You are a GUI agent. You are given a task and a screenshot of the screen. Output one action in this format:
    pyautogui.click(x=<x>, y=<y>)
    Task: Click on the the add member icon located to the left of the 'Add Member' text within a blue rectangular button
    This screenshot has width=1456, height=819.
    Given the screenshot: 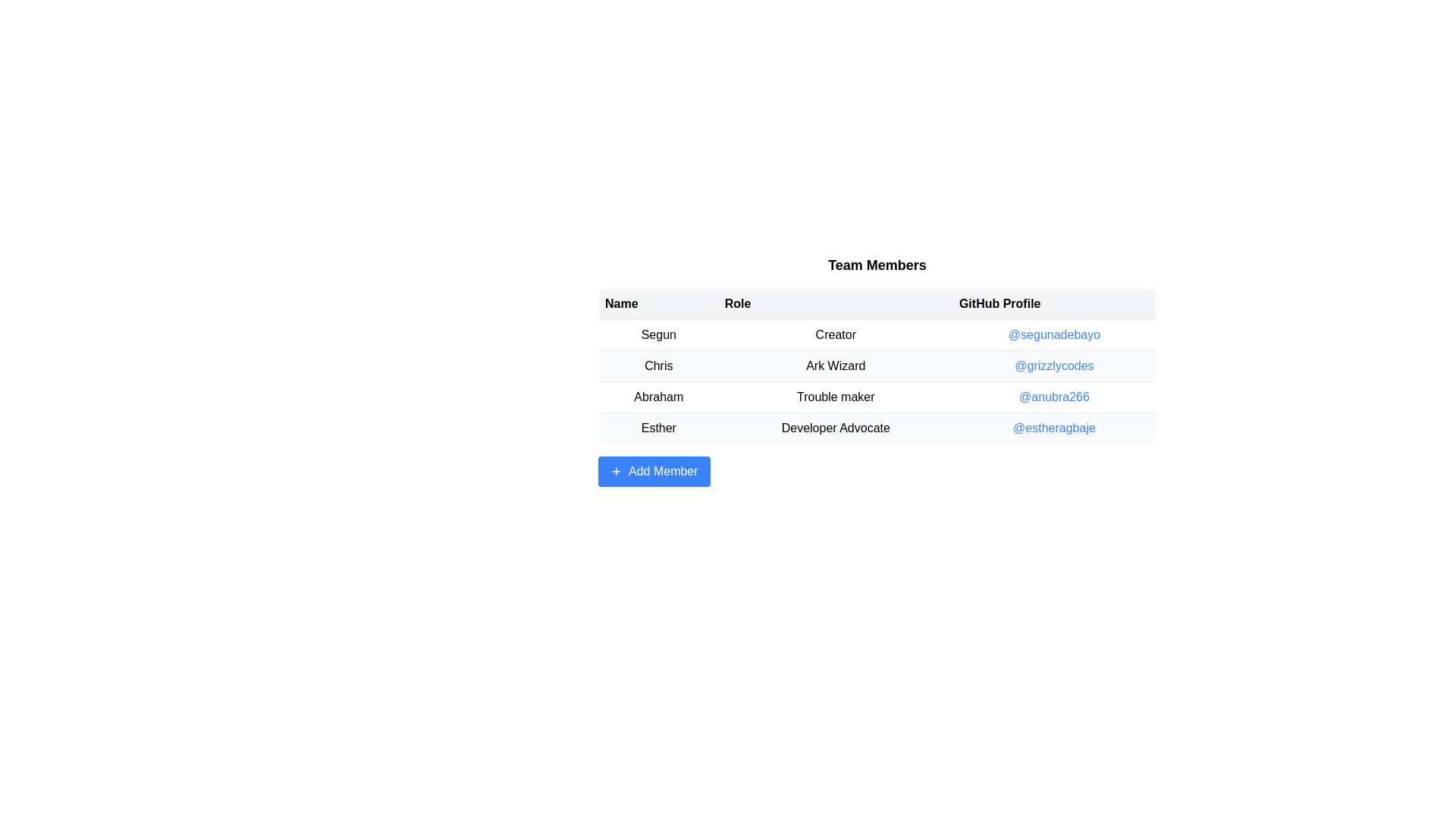 What is the action you would take?
    pyautogui.click(x=616, y=470)
    